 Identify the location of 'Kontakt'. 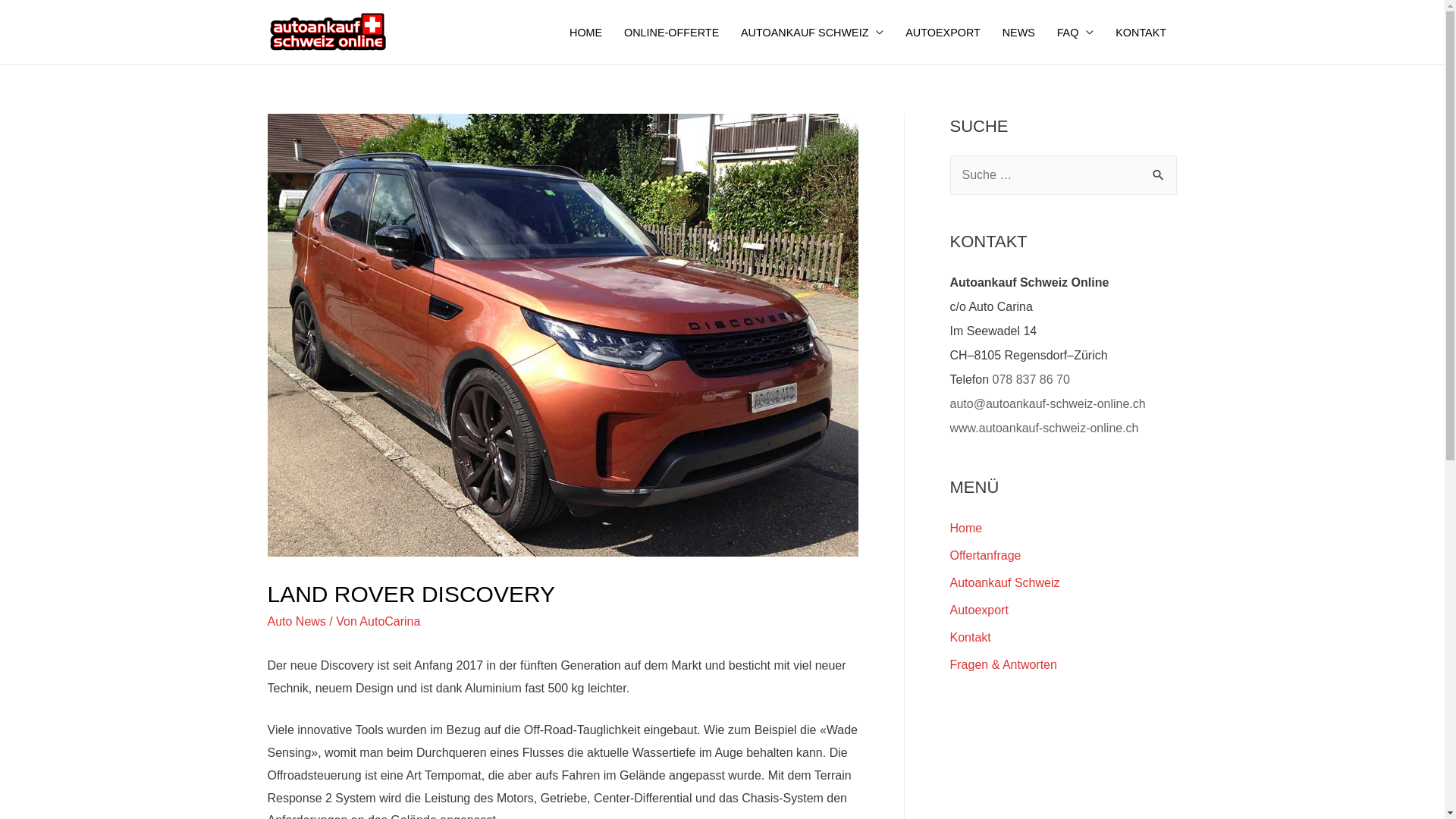
(949, 637).